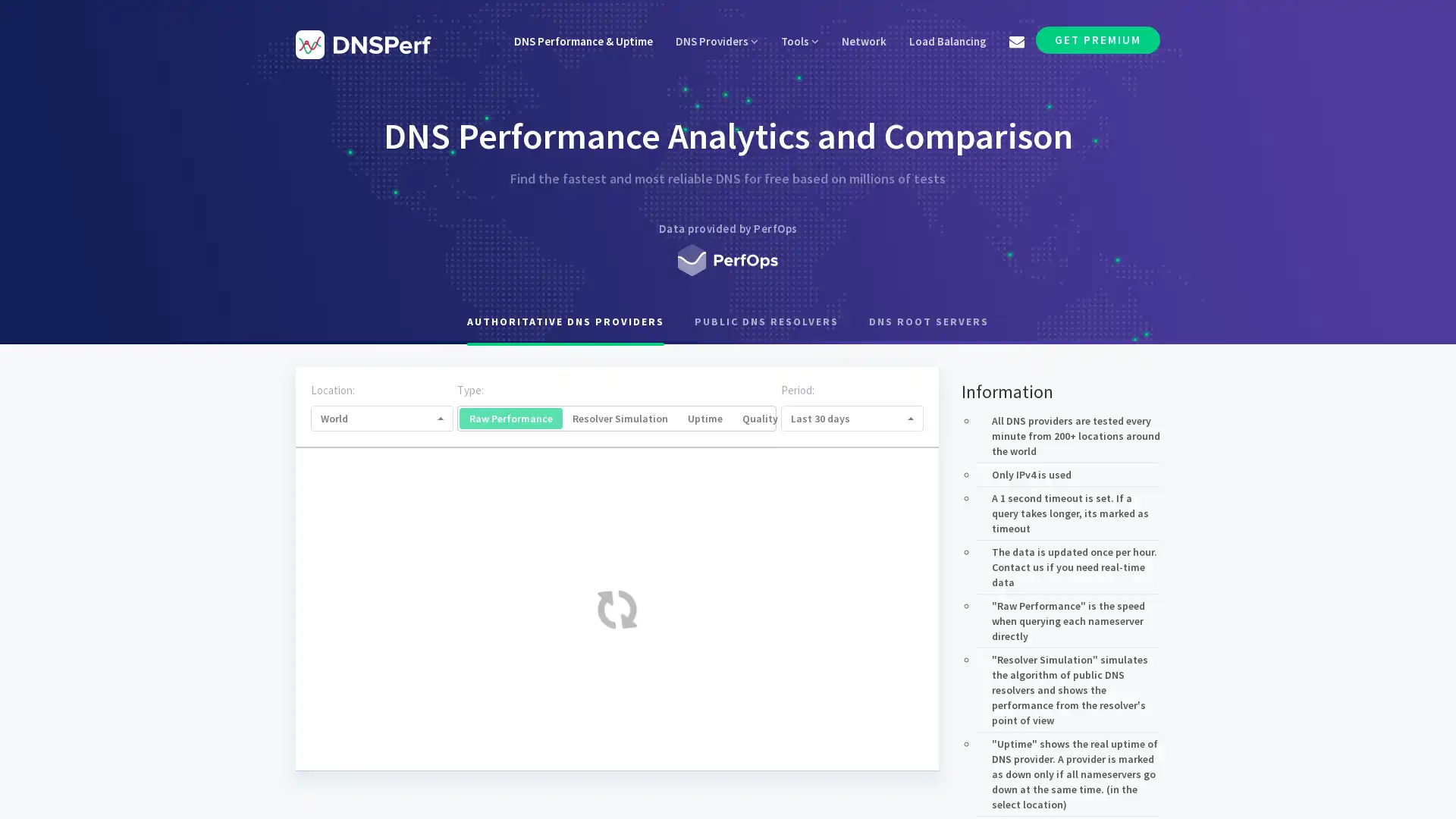  I want to click on World, so click(382, 418).